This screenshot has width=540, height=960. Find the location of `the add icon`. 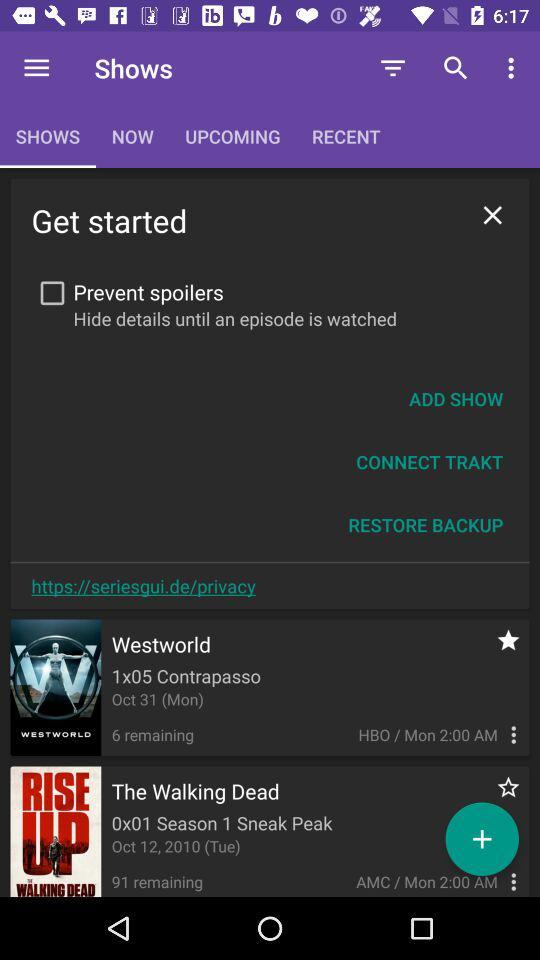

the add icon is located at coordinates (481, 839).